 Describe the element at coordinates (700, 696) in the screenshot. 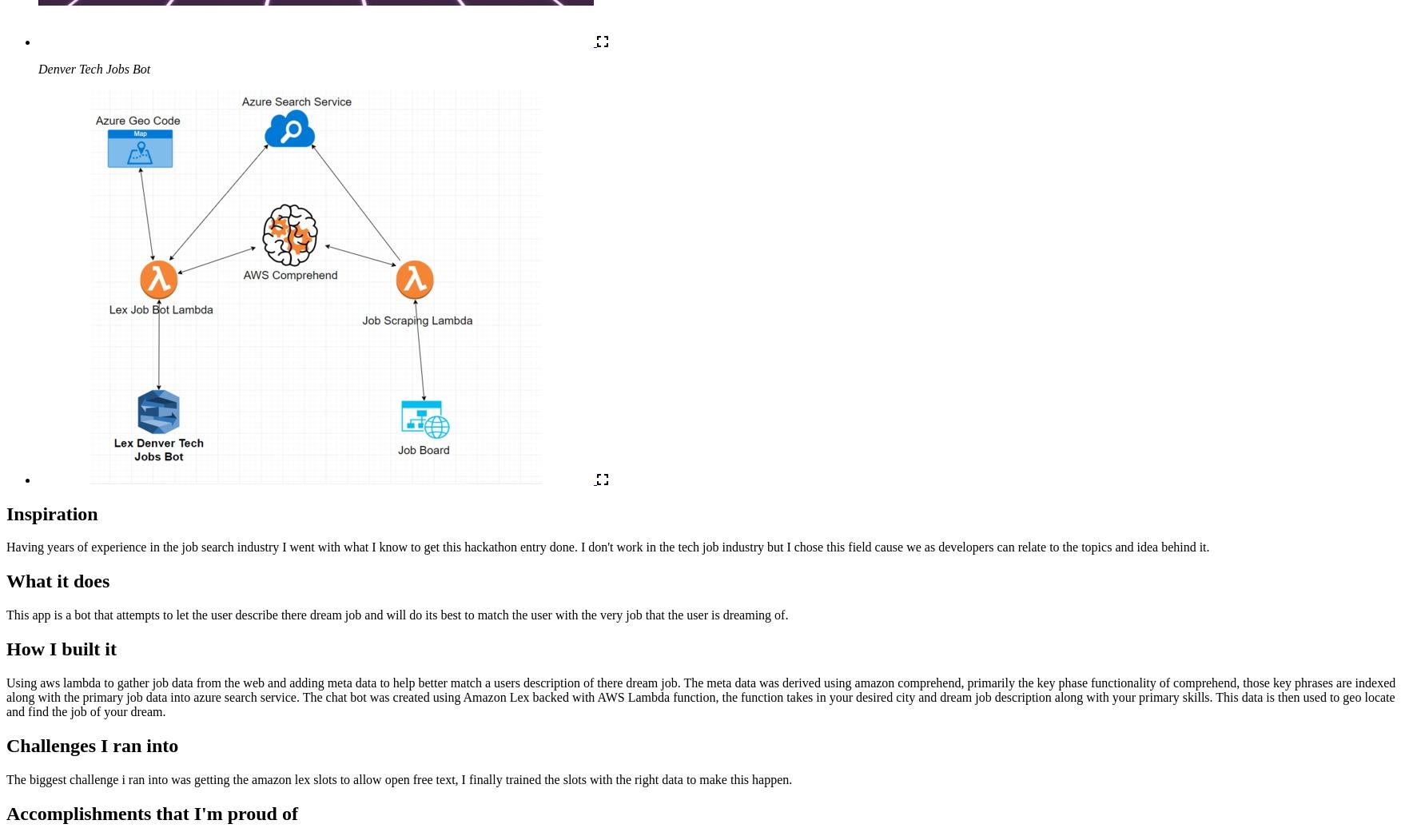

I see `'Using aws lambda to gather job data from the web and adding meta data to help better match a users description of there dream job. The meta data was derived using amazon comprehend, primarily the key phase functionality of comprehend, those key phrases are indexed along with the primary job data into azure search service. The chat bot was created using Amazon Lex backed with AWS Lambda function, the function takes in your desired city and dream job description along with your primary skills. This data is then used to geo locate and find the job of your dream.'` at that location.